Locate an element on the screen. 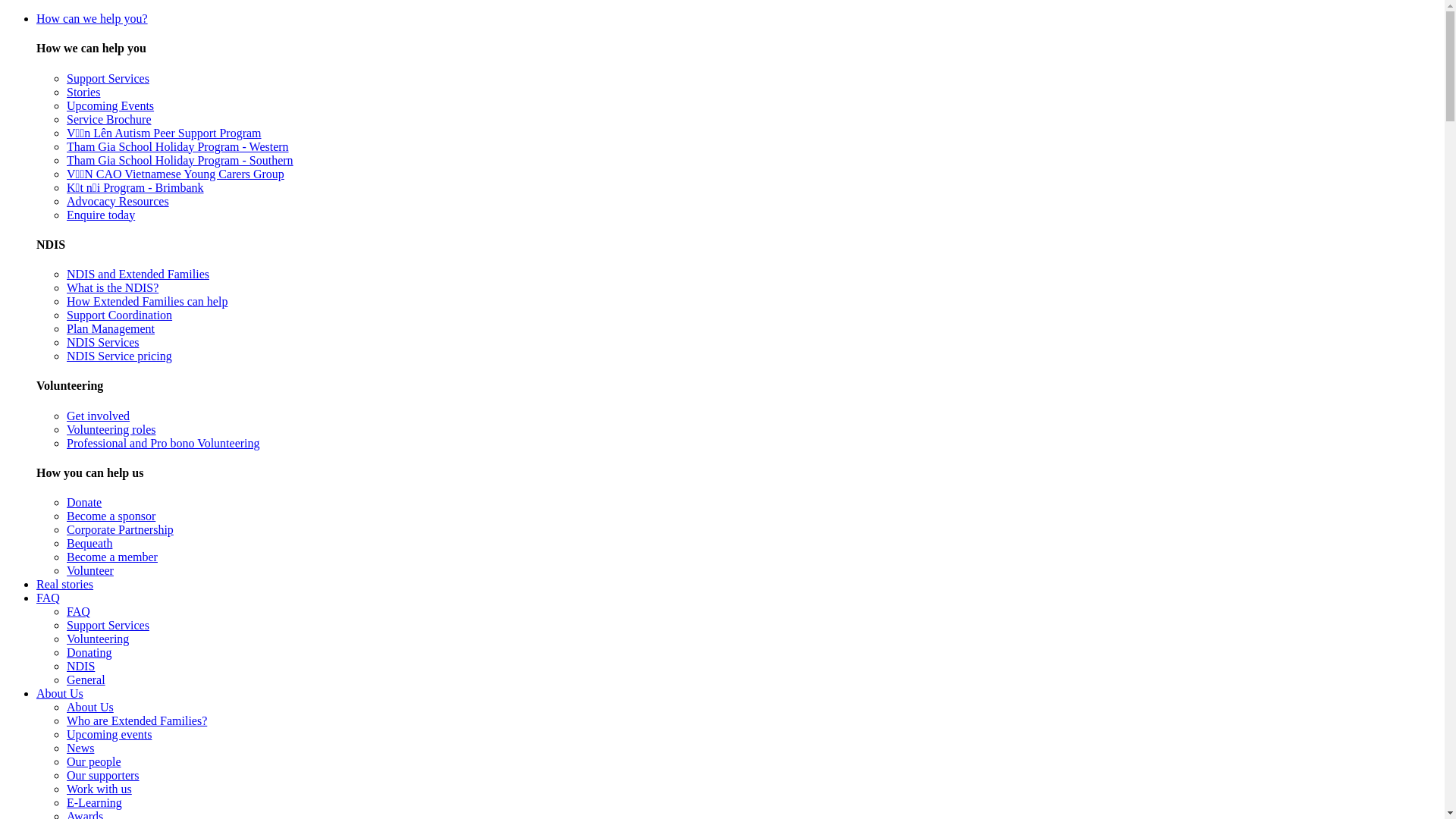 The width and height of the screenshot is (1456, 819). 'Get involved' is located at coordinates (65, 416).